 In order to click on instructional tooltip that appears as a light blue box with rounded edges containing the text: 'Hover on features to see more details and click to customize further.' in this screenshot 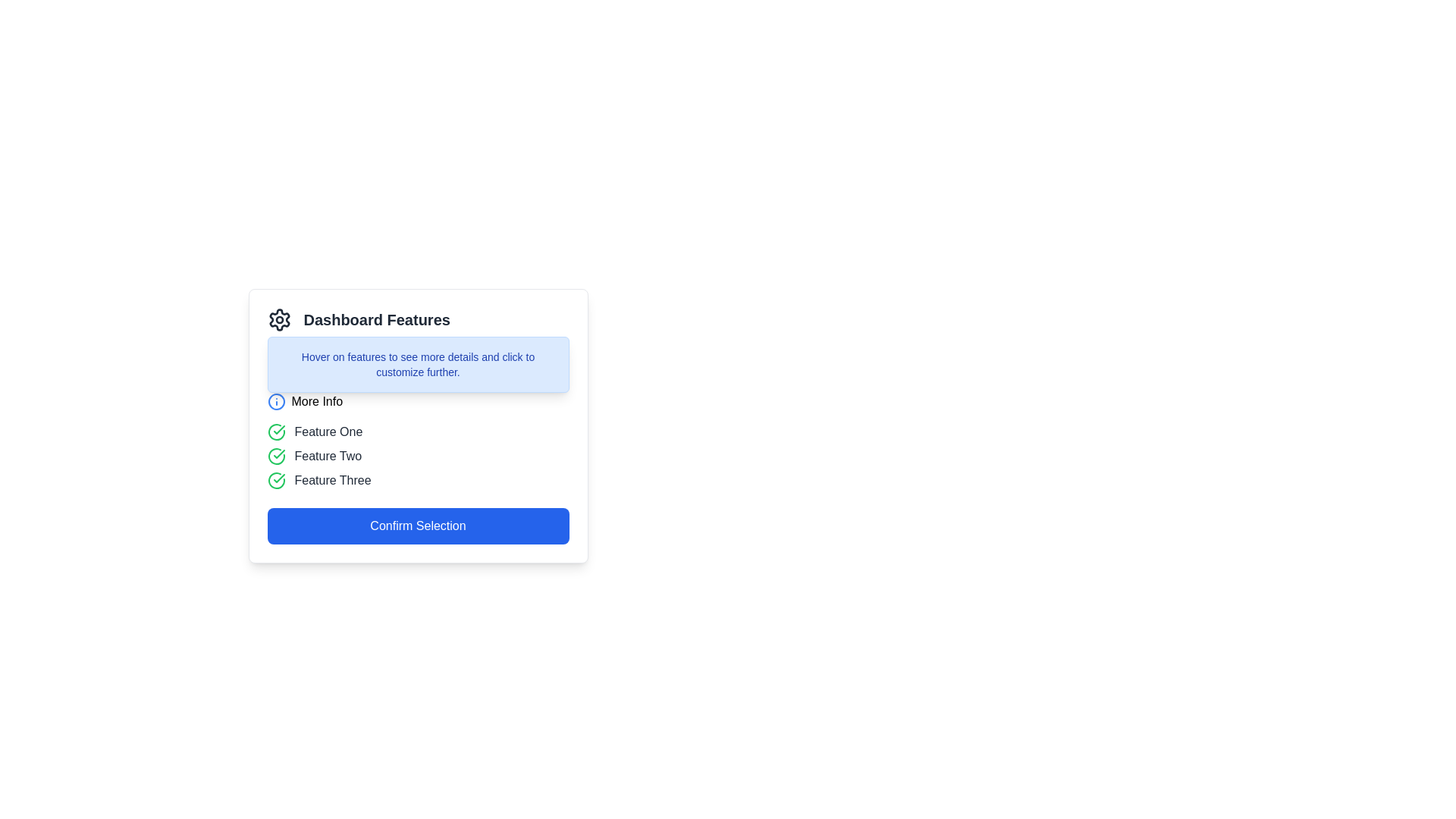, I will do `click(418, 365)`.